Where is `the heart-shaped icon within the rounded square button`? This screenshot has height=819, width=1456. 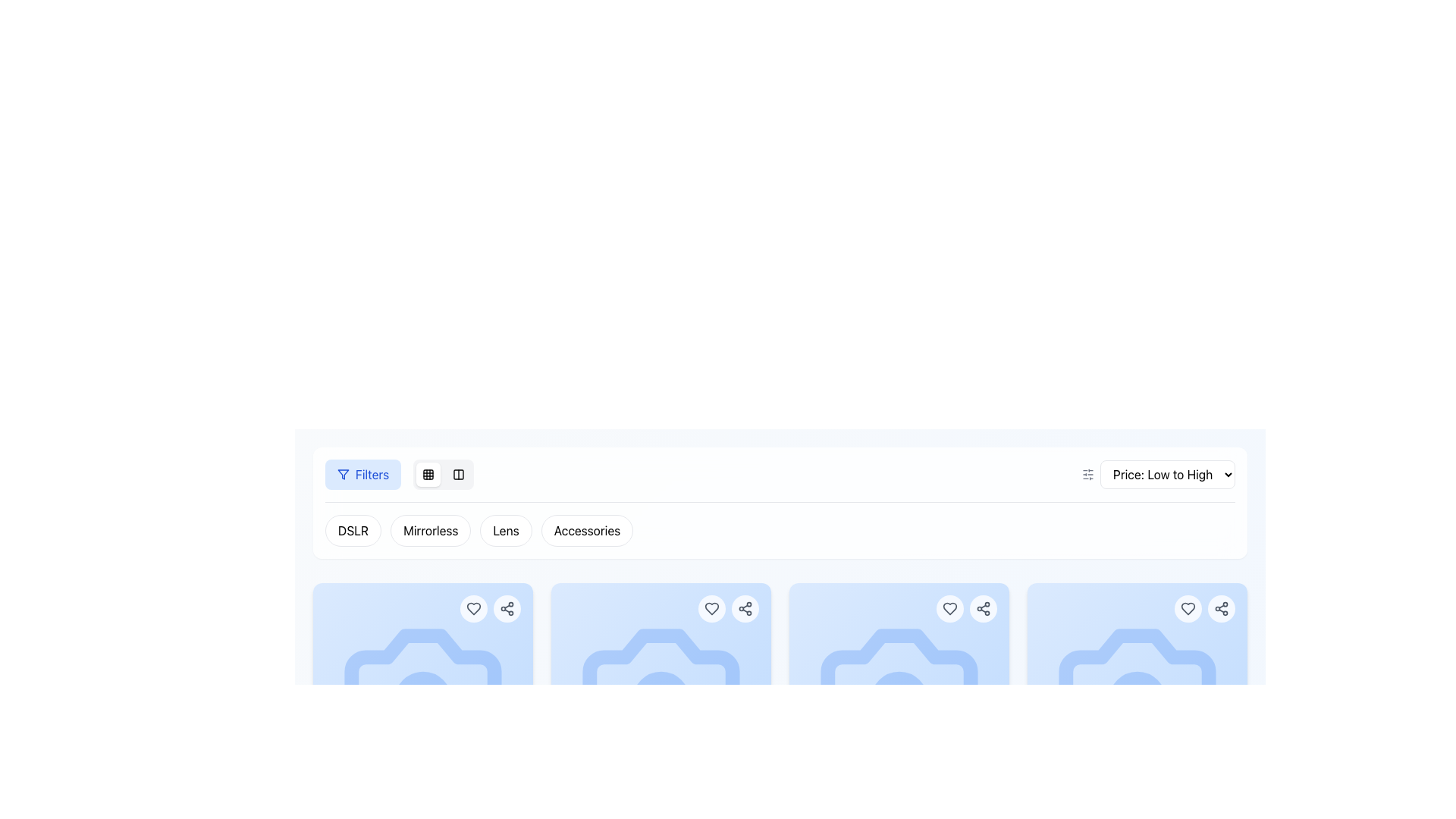
the heart-shaped icon within the rounded square button is located at coordinates (472, 607).